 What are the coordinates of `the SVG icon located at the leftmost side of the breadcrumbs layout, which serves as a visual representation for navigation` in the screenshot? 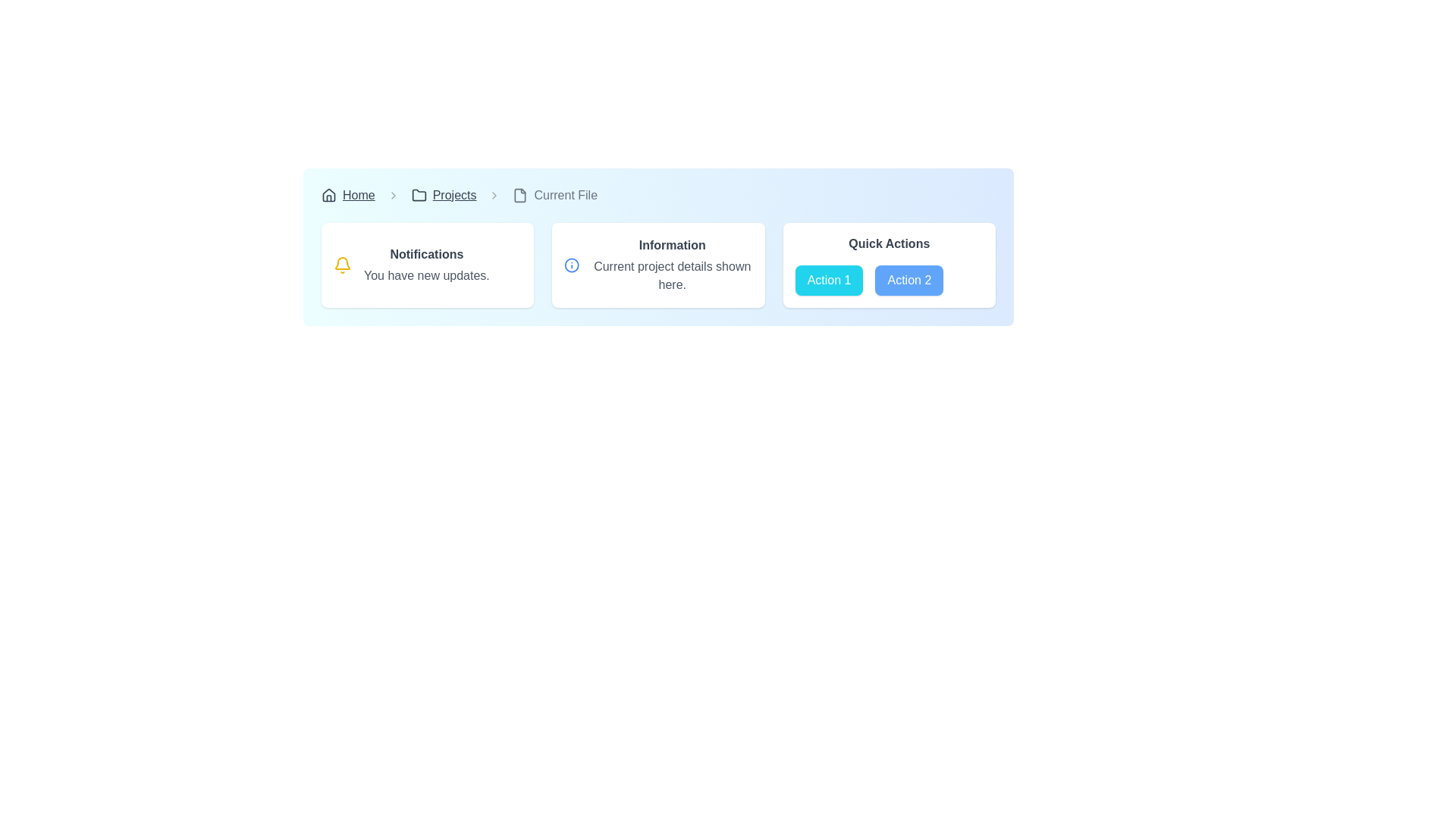 It's located at (328, 195).